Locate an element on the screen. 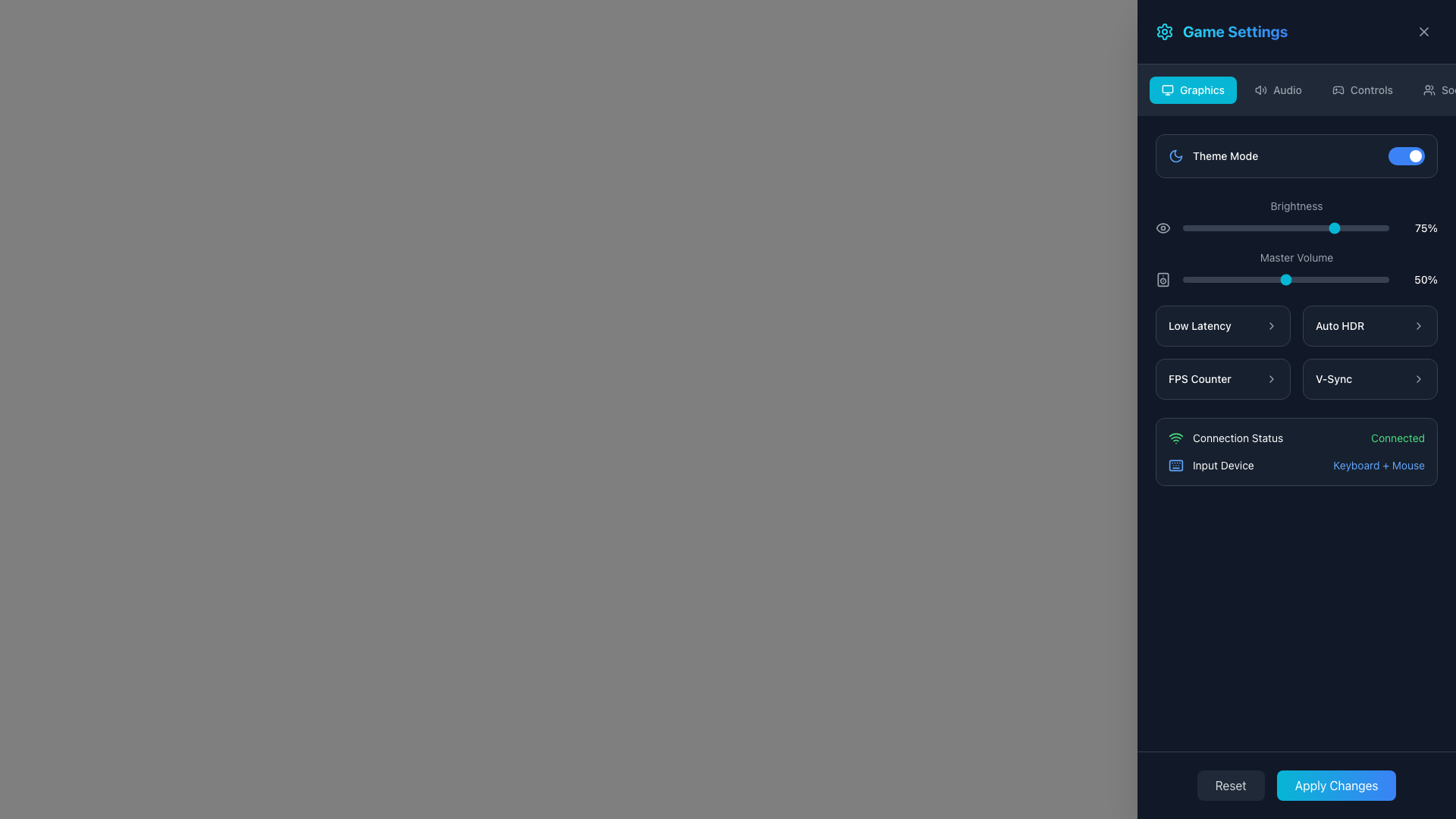 The image size is (1456, 819). the Master Volume is located at coordinates (1320, 280).